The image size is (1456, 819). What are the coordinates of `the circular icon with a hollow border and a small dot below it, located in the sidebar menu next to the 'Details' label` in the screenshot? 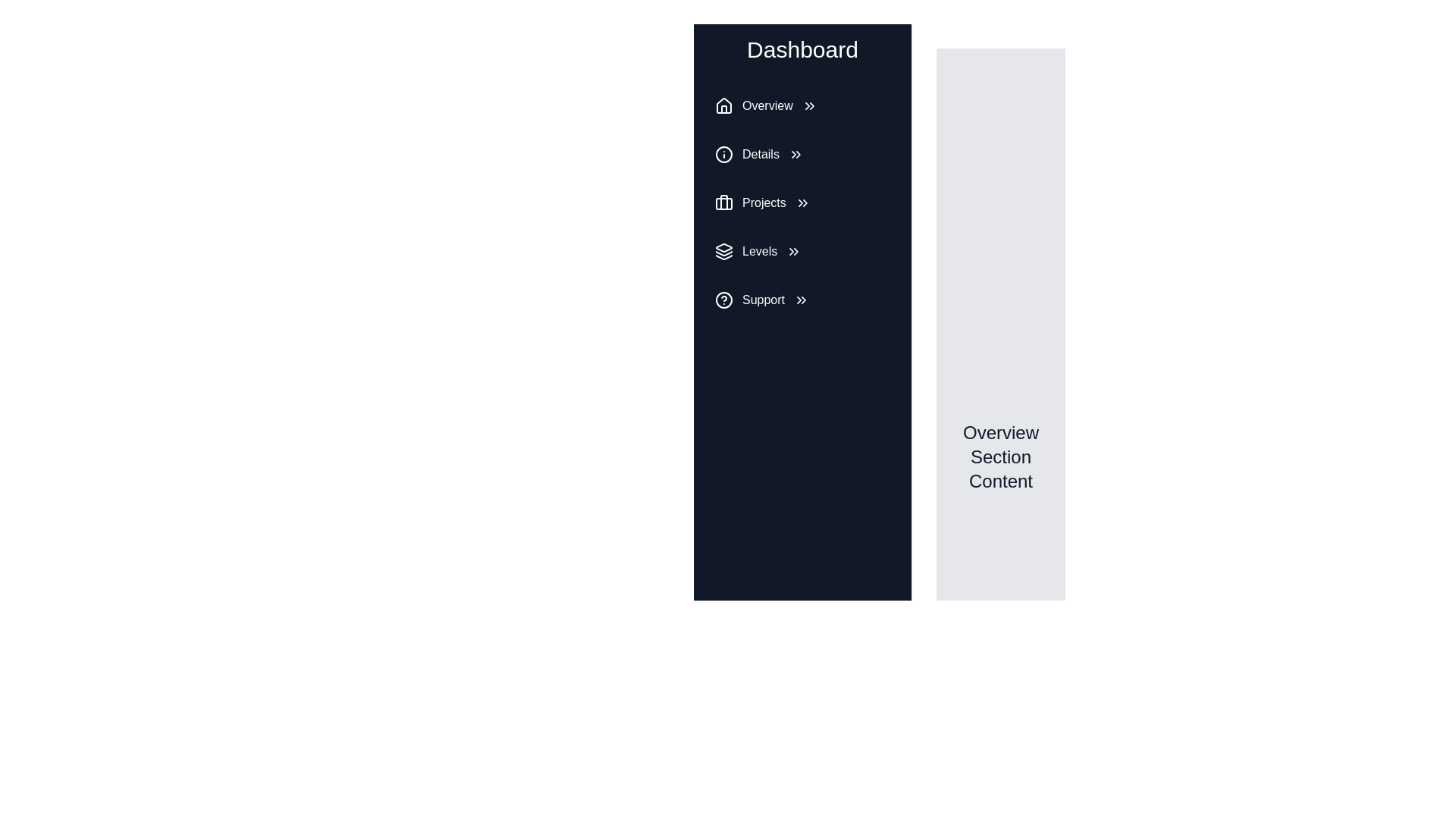 It's located at (723, 155).